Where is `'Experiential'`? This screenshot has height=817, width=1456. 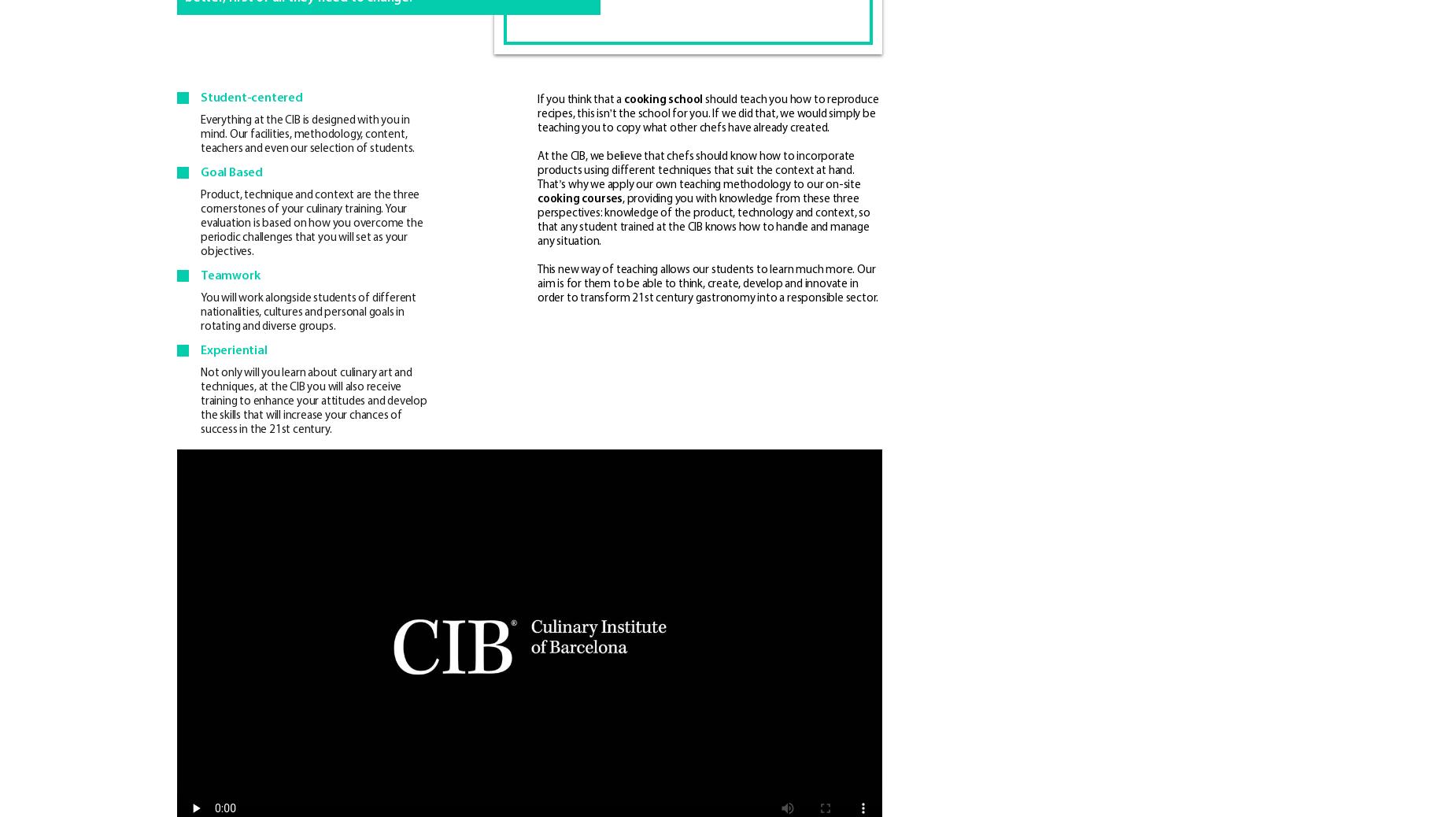
'Experiential' is located at coordinates (232, 351).